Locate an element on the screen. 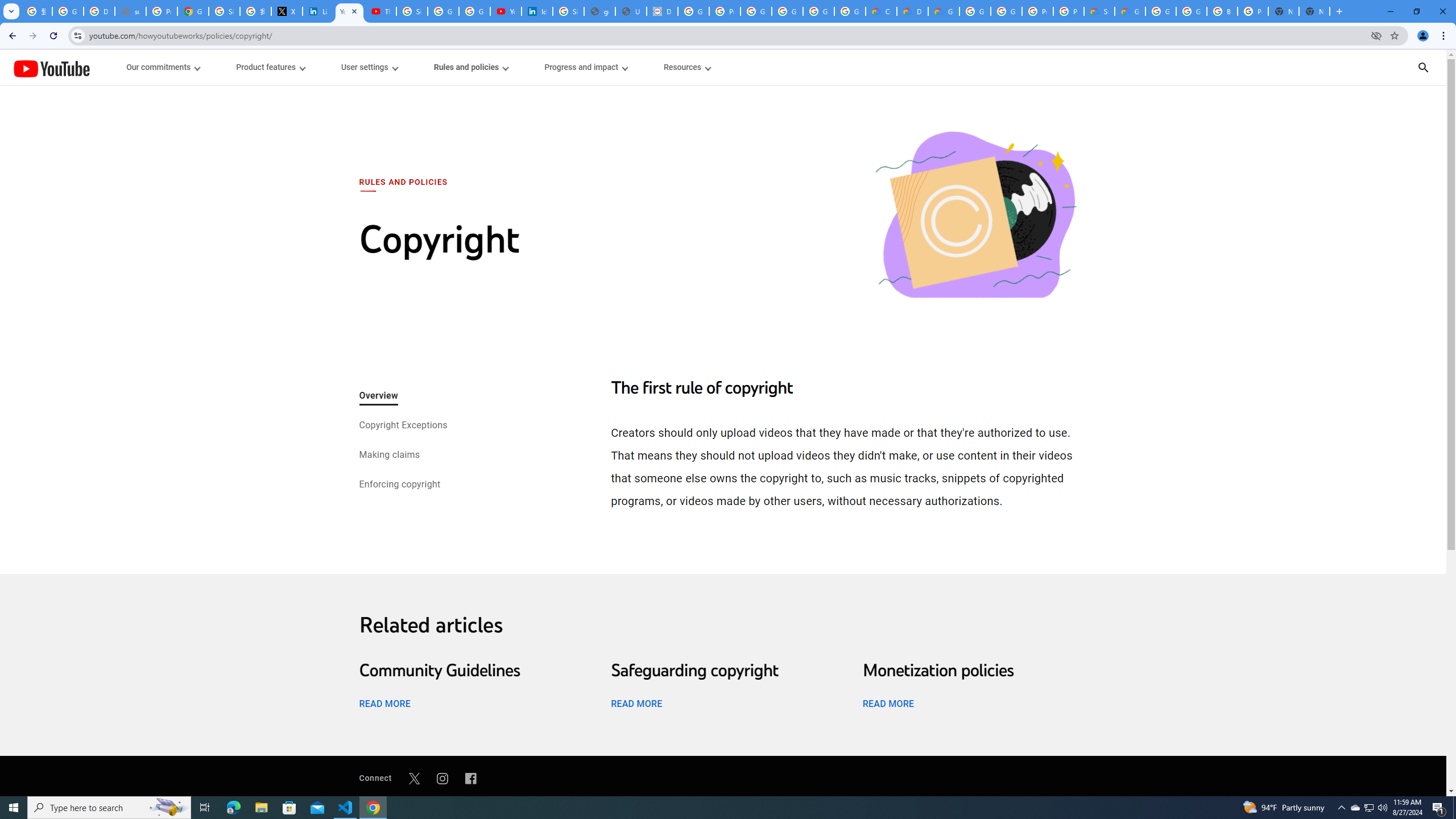 The image size is (1456, 819). 'User settings menupopup' is located at coordinates (369, 67).